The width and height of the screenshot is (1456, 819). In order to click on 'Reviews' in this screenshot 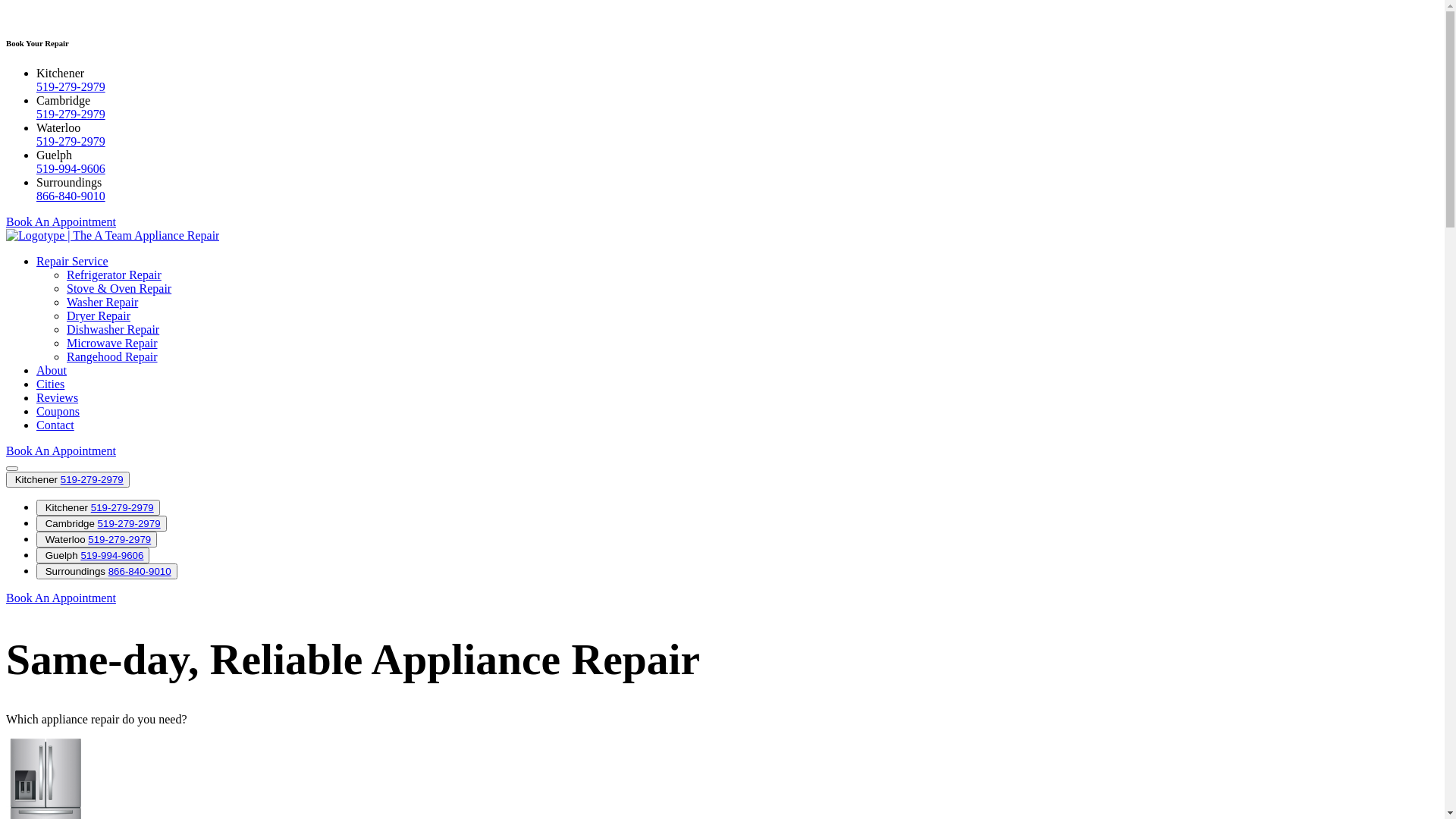, I will do `click(57, 397)`.